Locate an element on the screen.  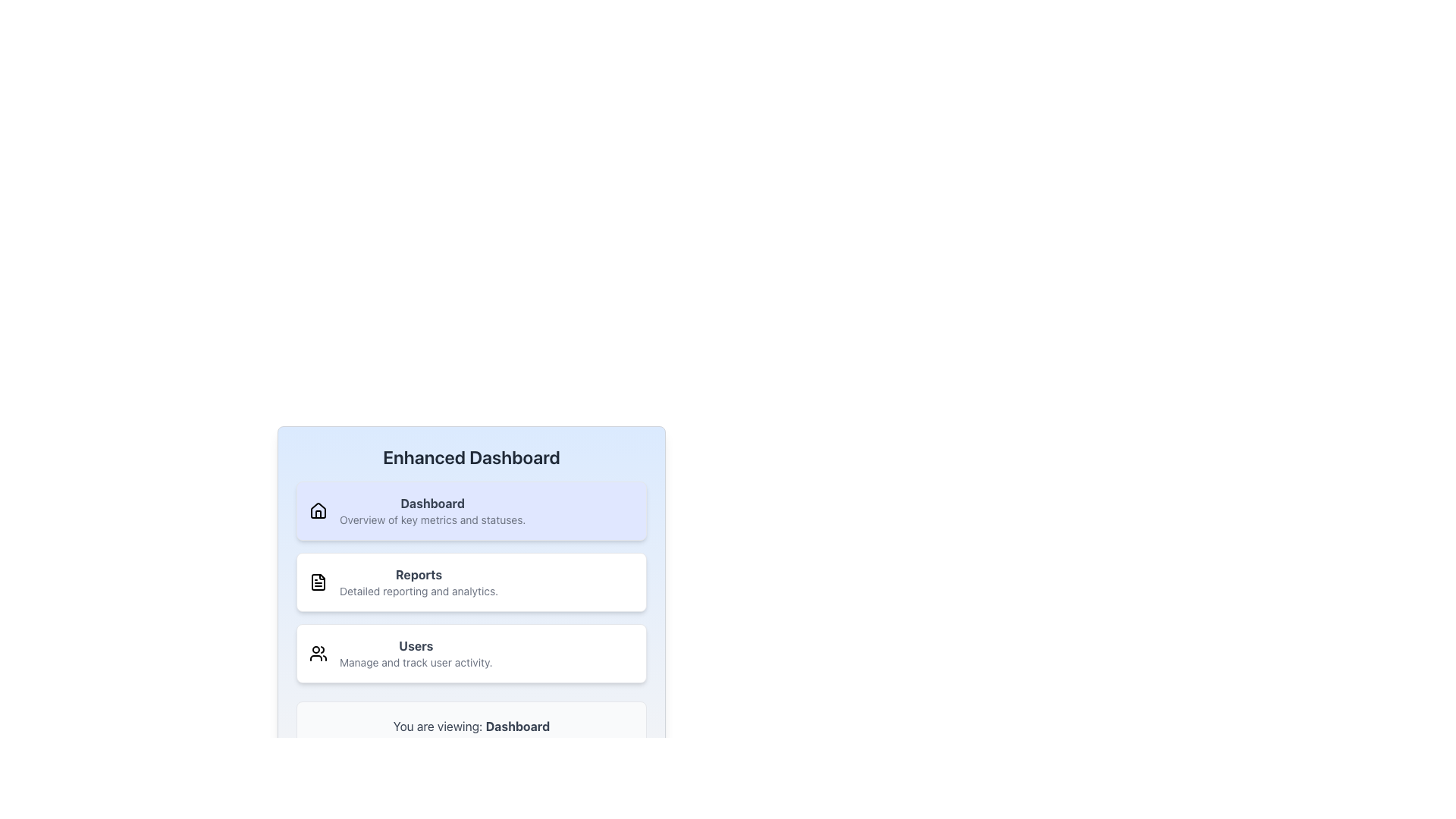
the text block containing 'Users' is located at coordinates (416, 652).